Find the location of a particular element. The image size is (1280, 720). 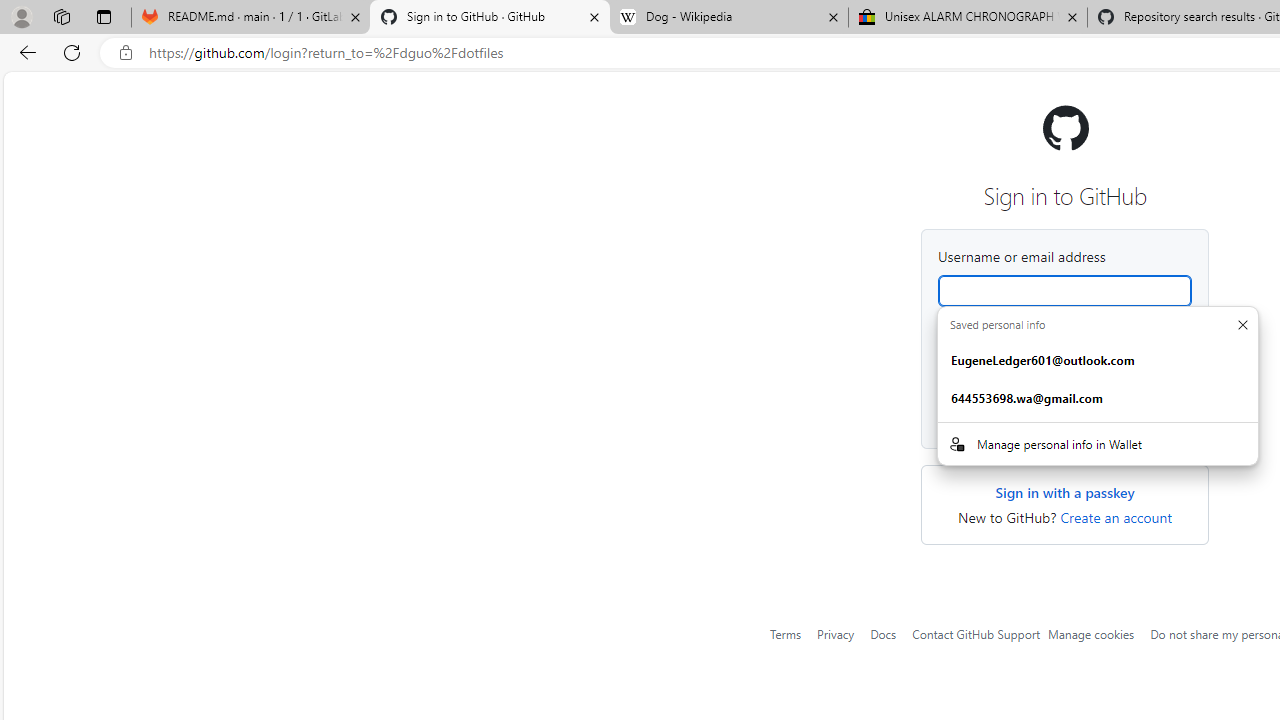

'EugeneLedger601@outlook.com. :Basic info suggestion.' is located at coordinates (1097, 361).